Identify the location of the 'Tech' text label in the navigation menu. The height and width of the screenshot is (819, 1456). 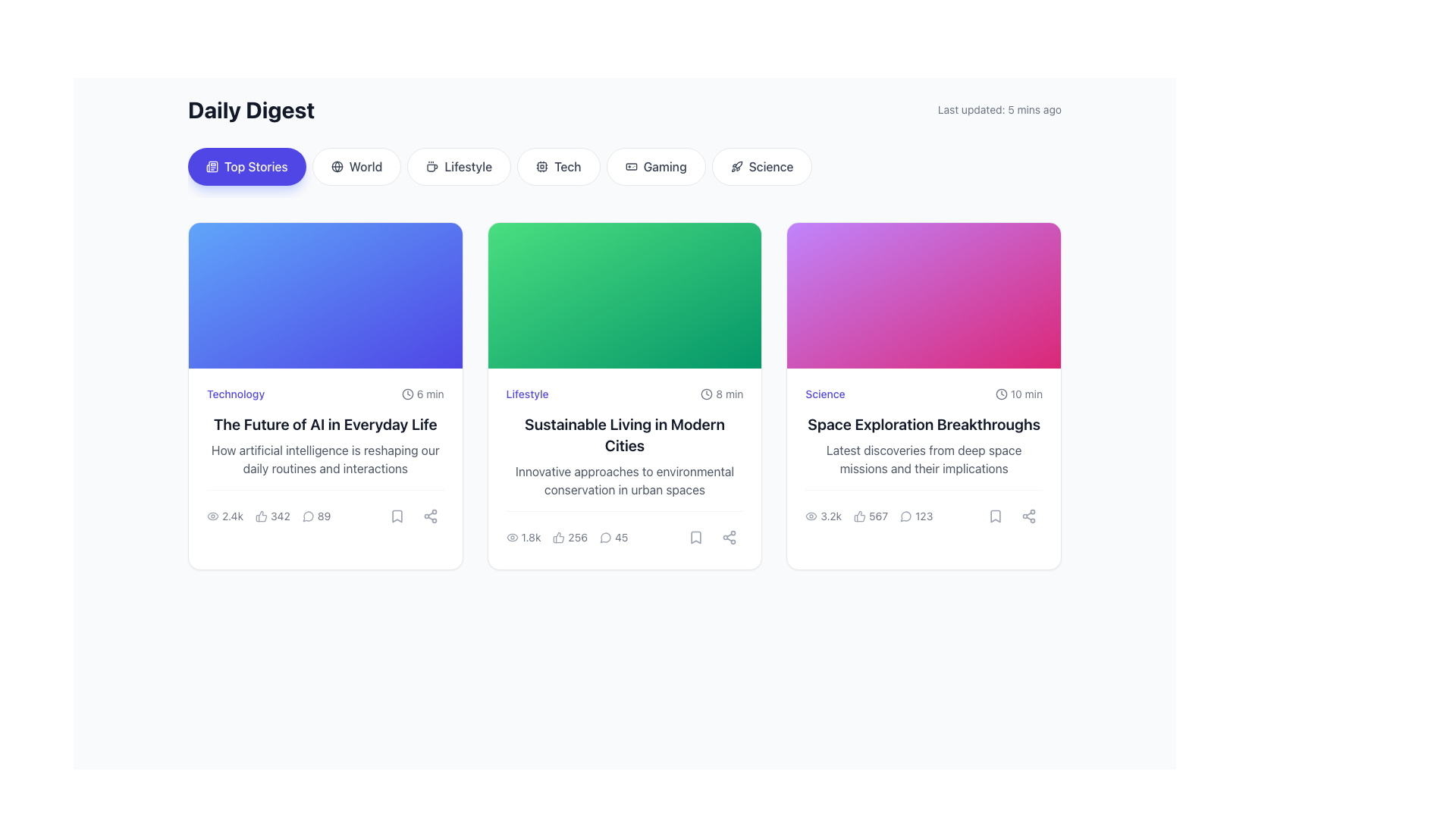
(566, 166).